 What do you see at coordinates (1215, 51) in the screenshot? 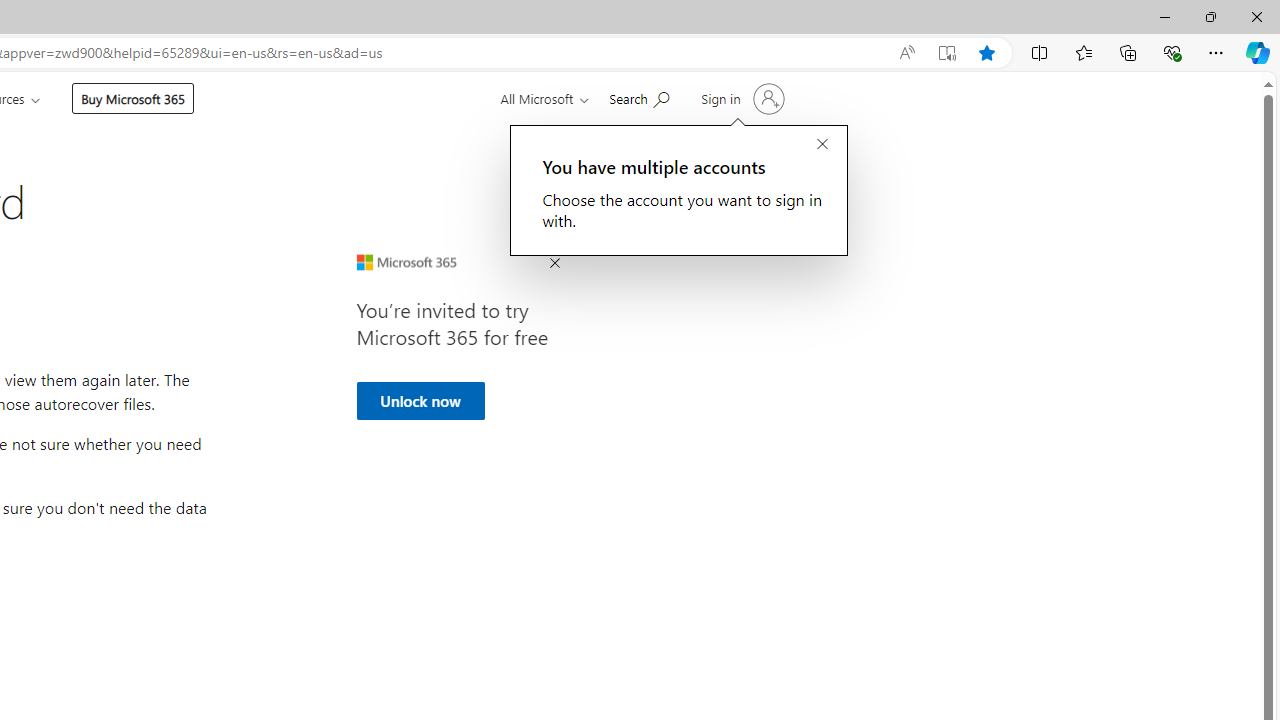
I see `'Settings and more (Alt+F)'` at bounding box center [1215, 51].